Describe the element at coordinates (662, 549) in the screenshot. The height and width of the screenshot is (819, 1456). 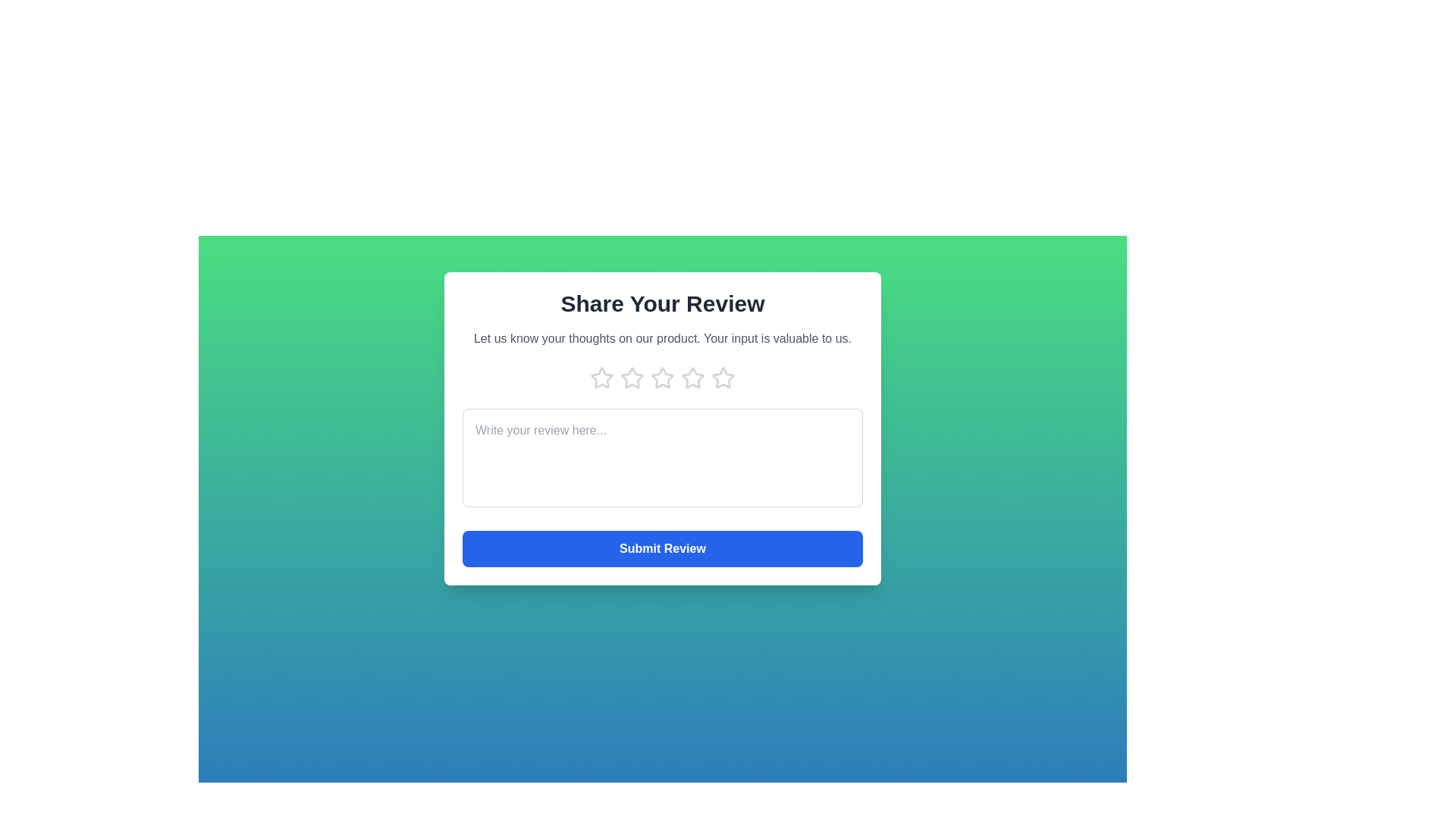
I see `the 'Submit Review' button to submit the review` at that location.